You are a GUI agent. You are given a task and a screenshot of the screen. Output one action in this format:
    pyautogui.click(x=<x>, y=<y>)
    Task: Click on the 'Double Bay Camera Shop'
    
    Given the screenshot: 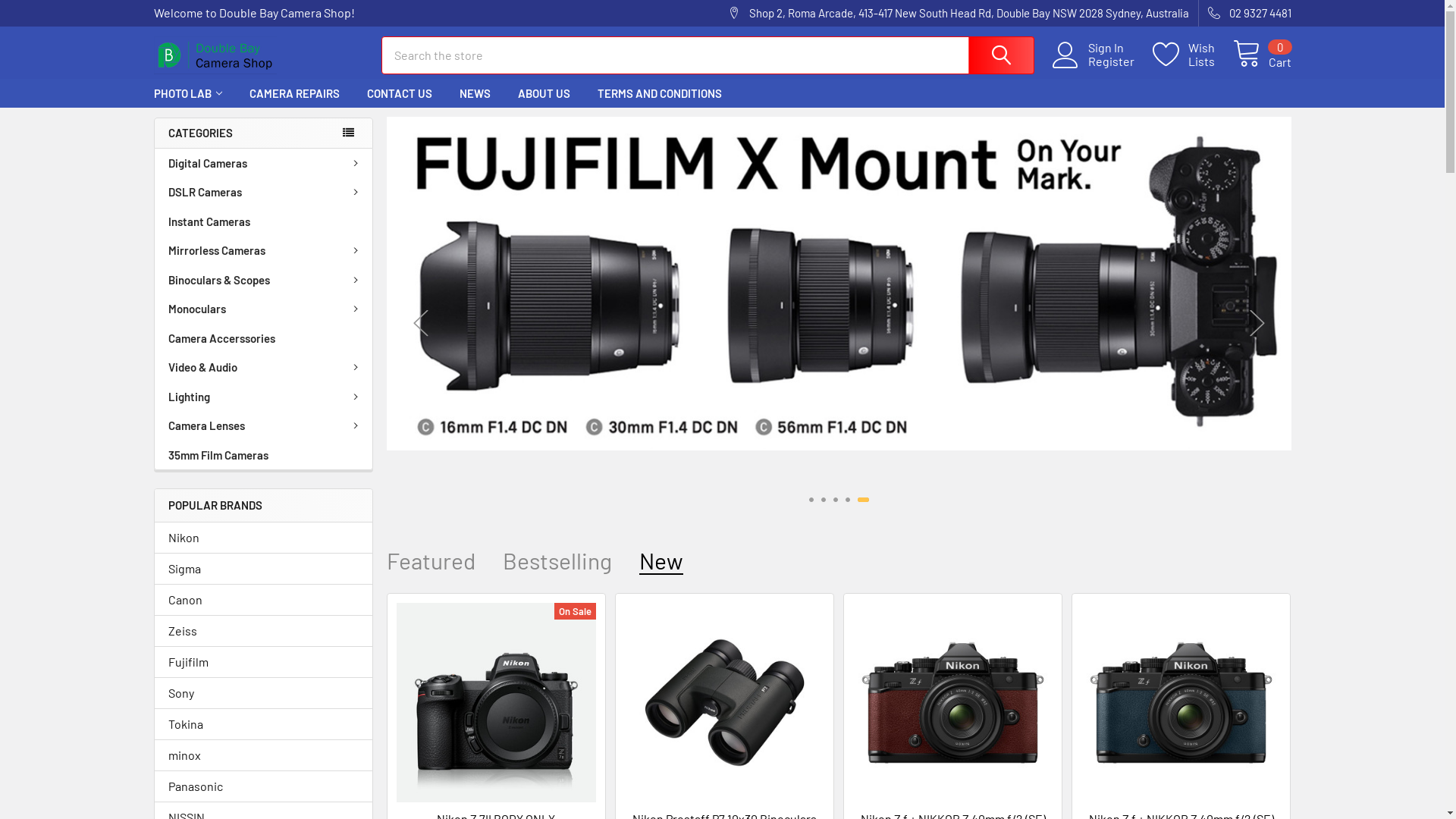 What is the action you would take?
    pyautogui.click(x=214, y=55)
    